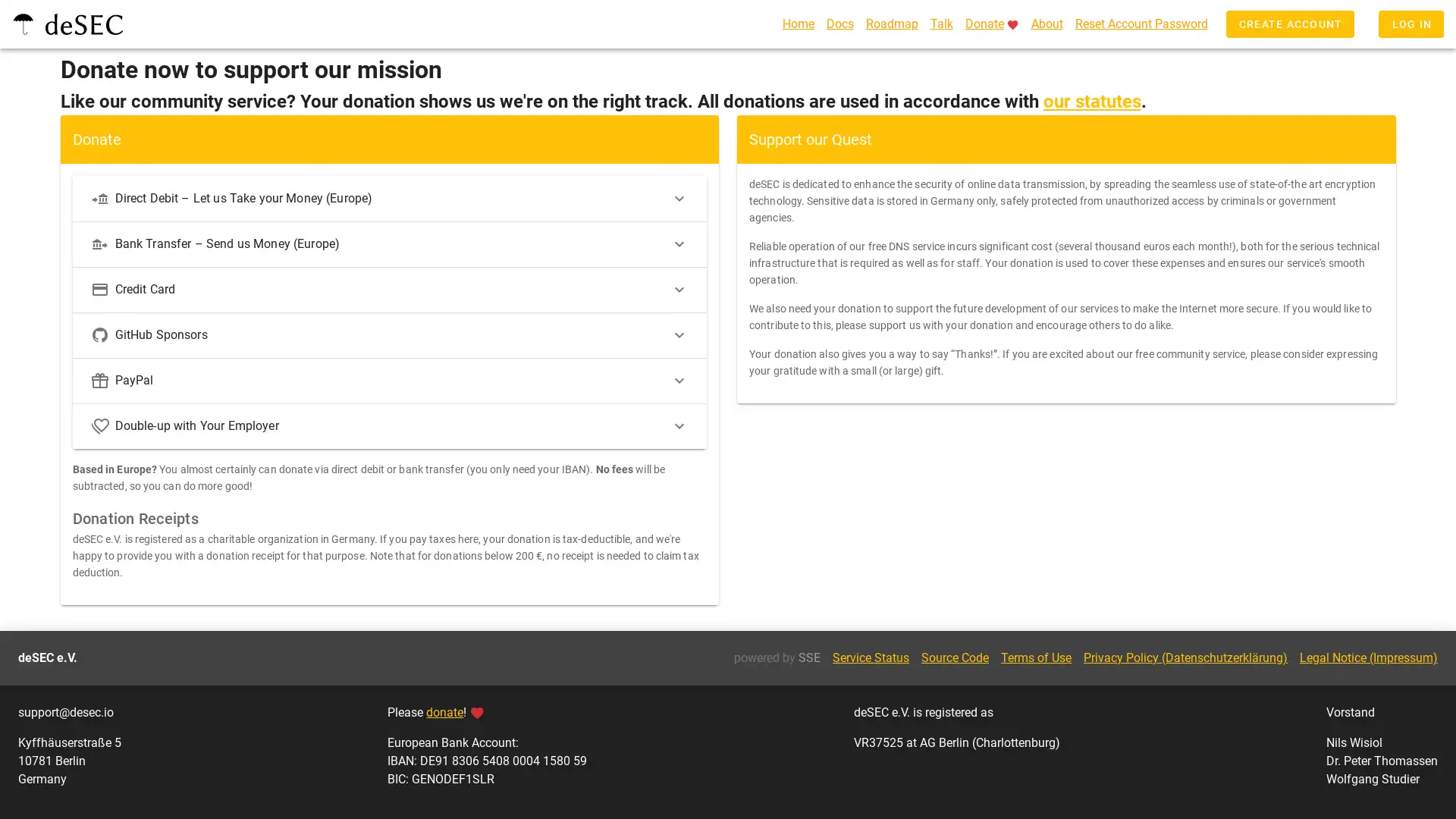  Describe the element at coordinates (389, 385) in the screenshot. I see `PayPal` at that location.